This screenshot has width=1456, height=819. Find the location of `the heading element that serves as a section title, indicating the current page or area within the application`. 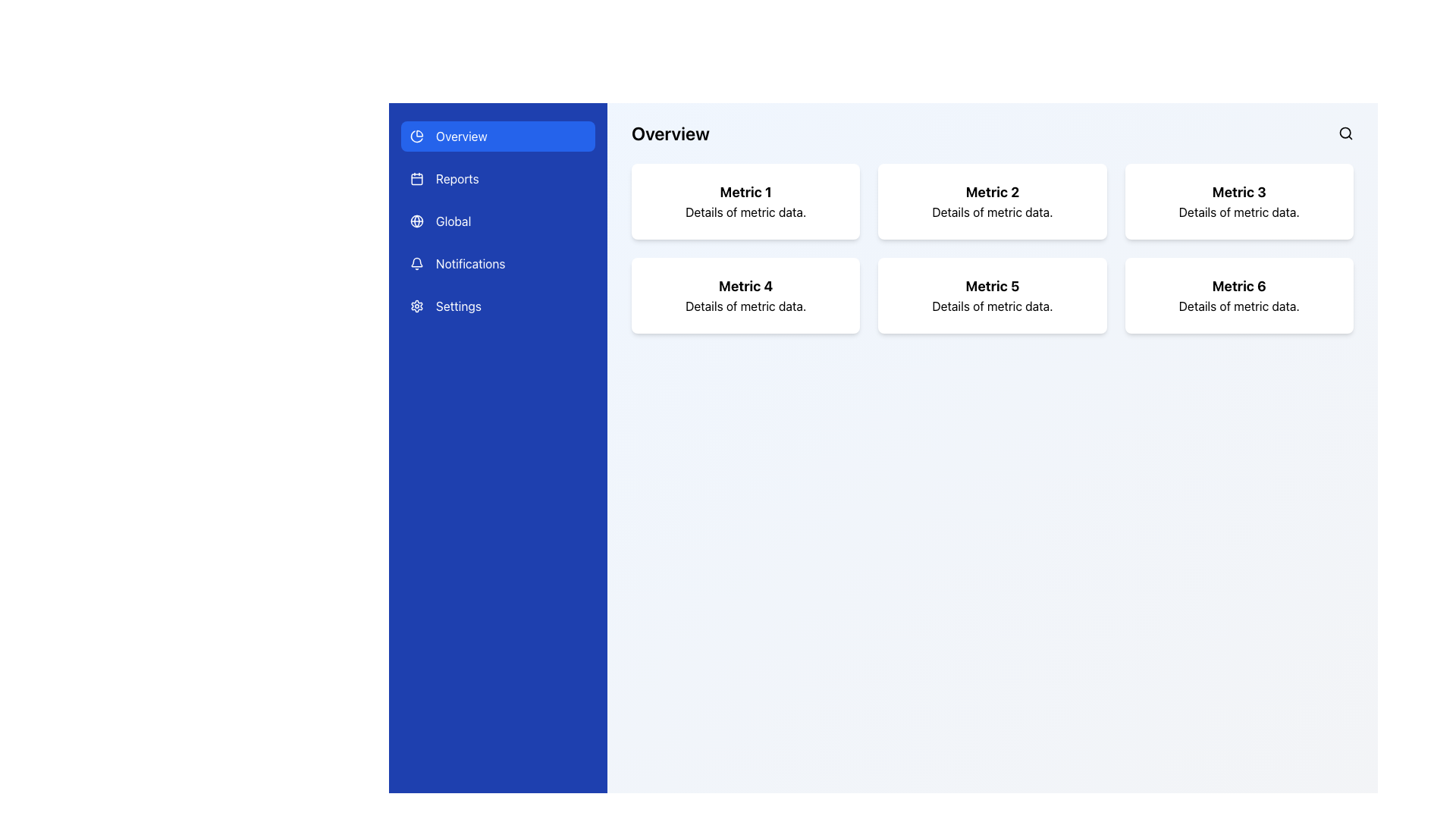

the heading element that serves as a section title, indicating the current page or area within the application is located at coordinates (670, 133).